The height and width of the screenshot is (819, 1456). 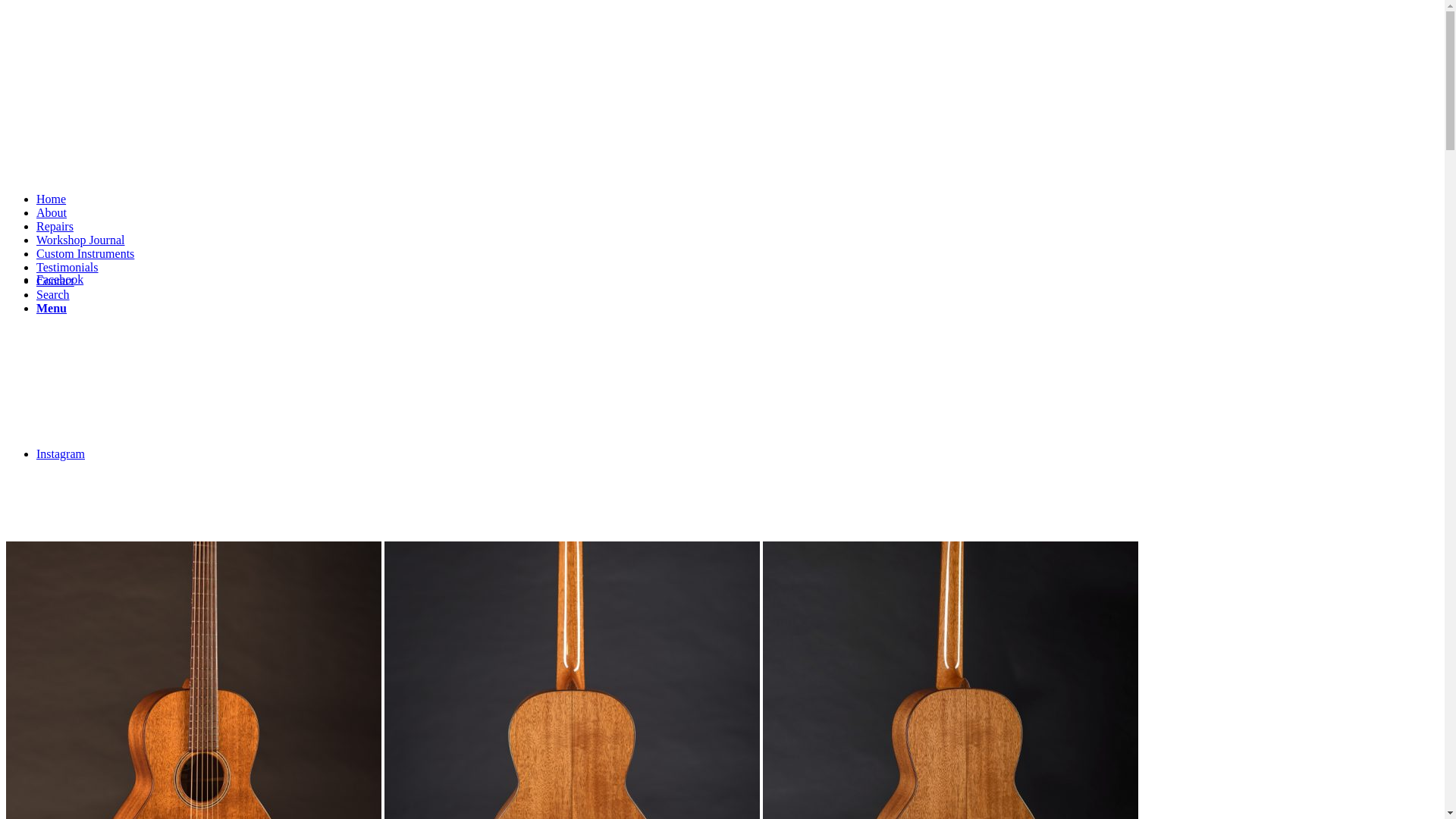 I want to click on 'Workshop Journal', so click(x=79, y=239).